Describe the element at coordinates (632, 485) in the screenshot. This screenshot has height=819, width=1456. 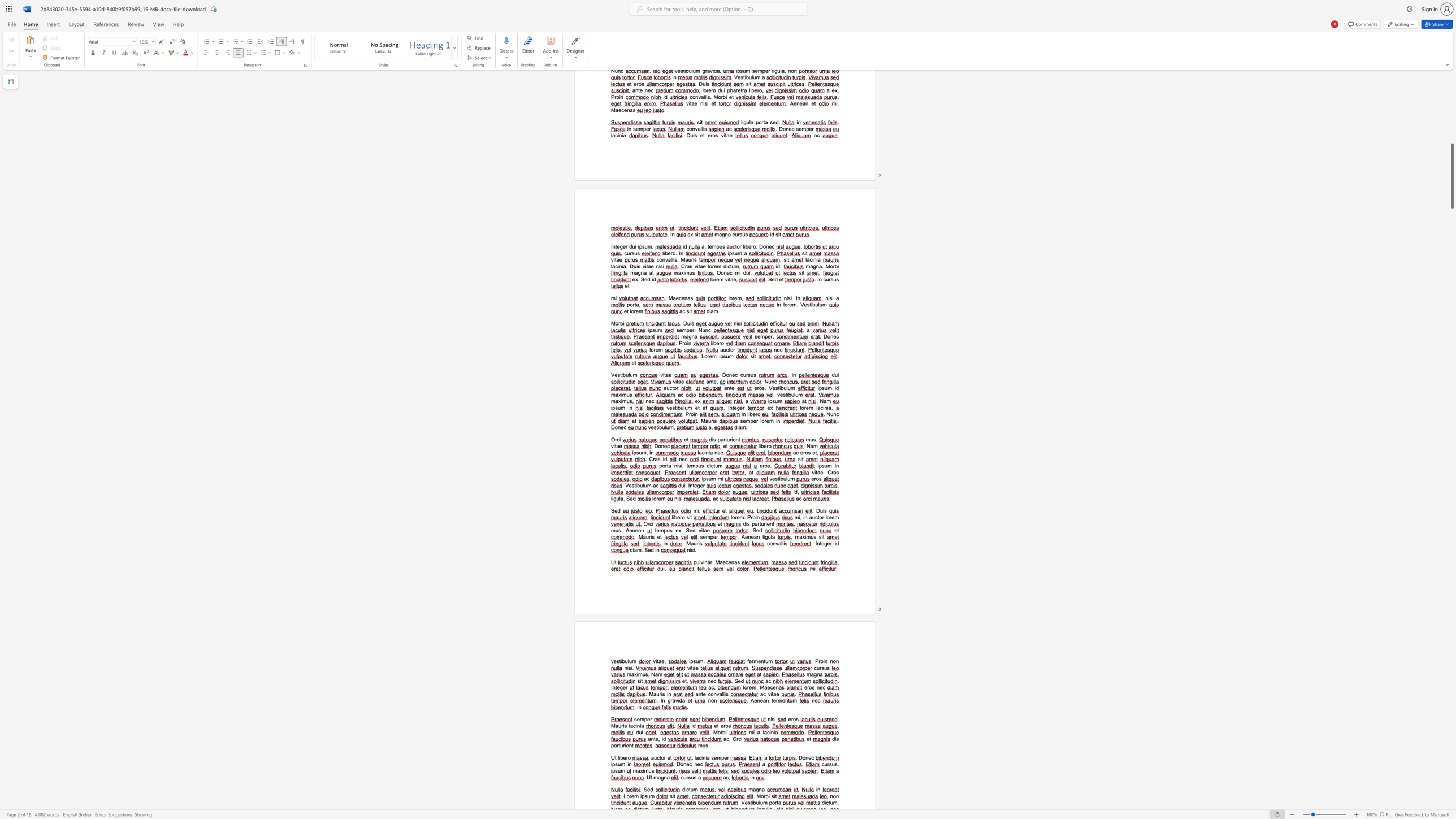
I see `the 1th character "s" in the text` at that location.